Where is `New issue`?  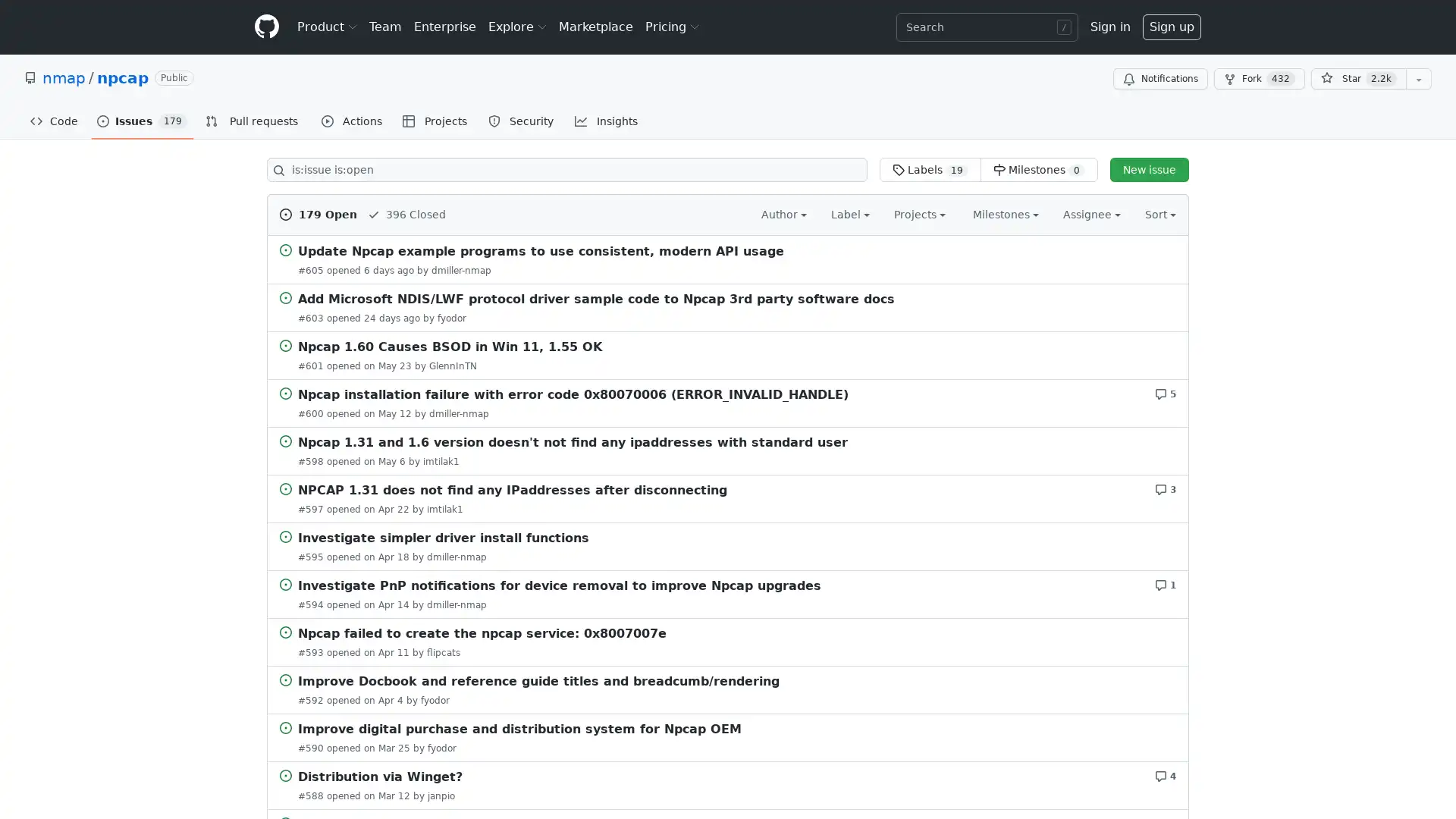
New issue is located at coordinates (1150, 169).